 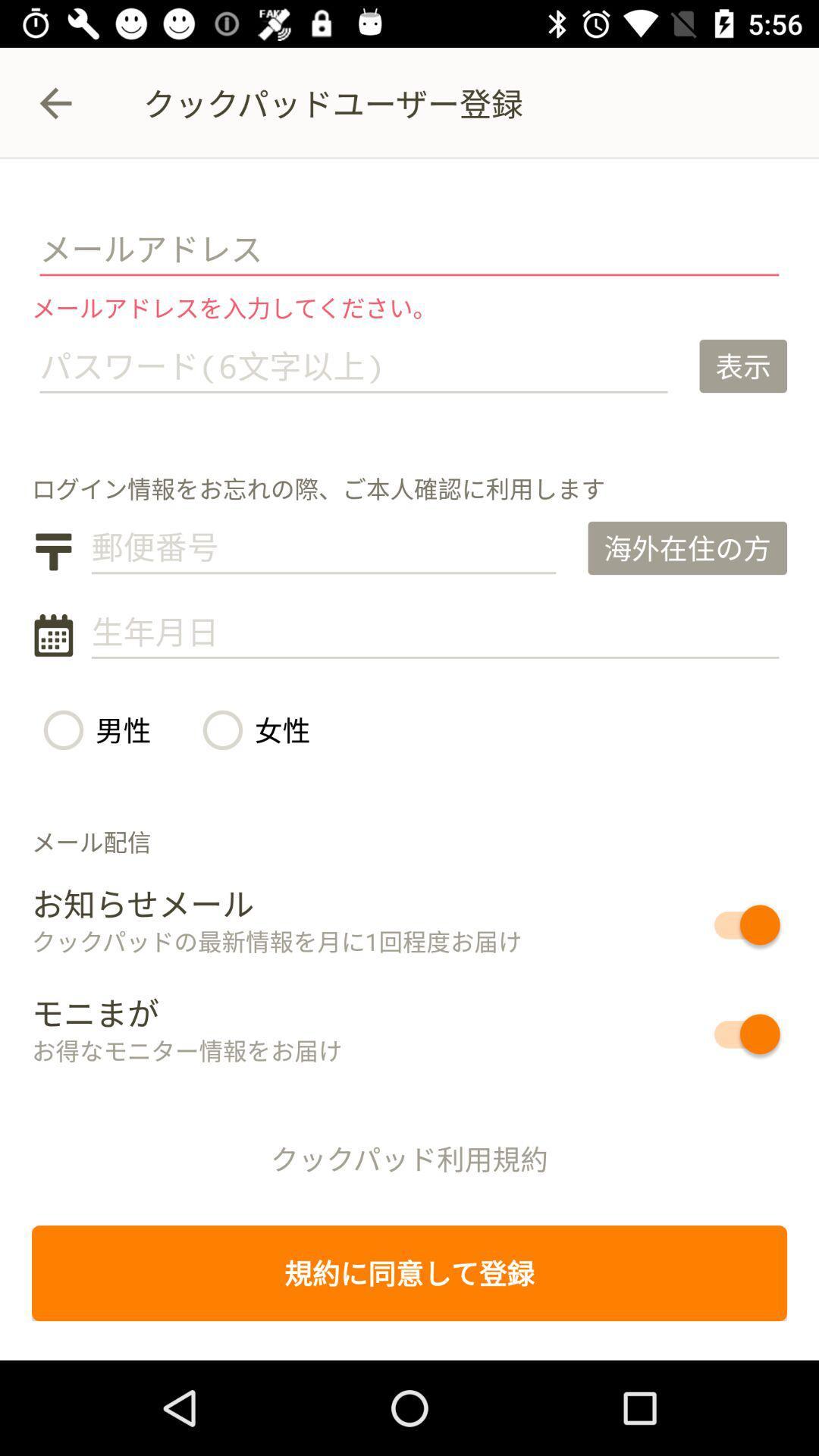 What do you see at coordinates (692, 1033) in the screenshot?
I see `the item at the bottom right corner` at bounding box center [692, 1033].